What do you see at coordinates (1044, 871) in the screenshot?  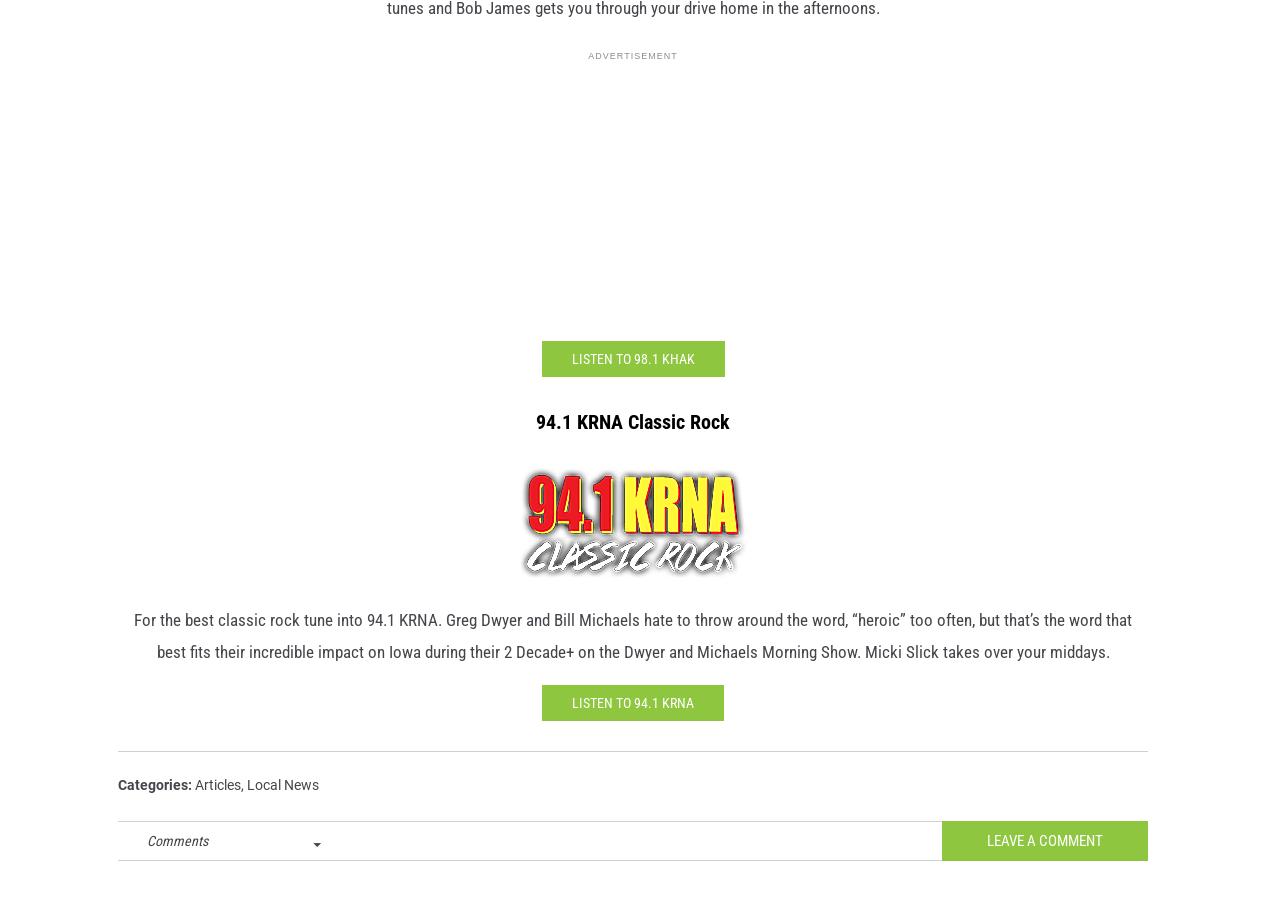 I see `'Leave A Comment'` at bounding box center [1044, 871].